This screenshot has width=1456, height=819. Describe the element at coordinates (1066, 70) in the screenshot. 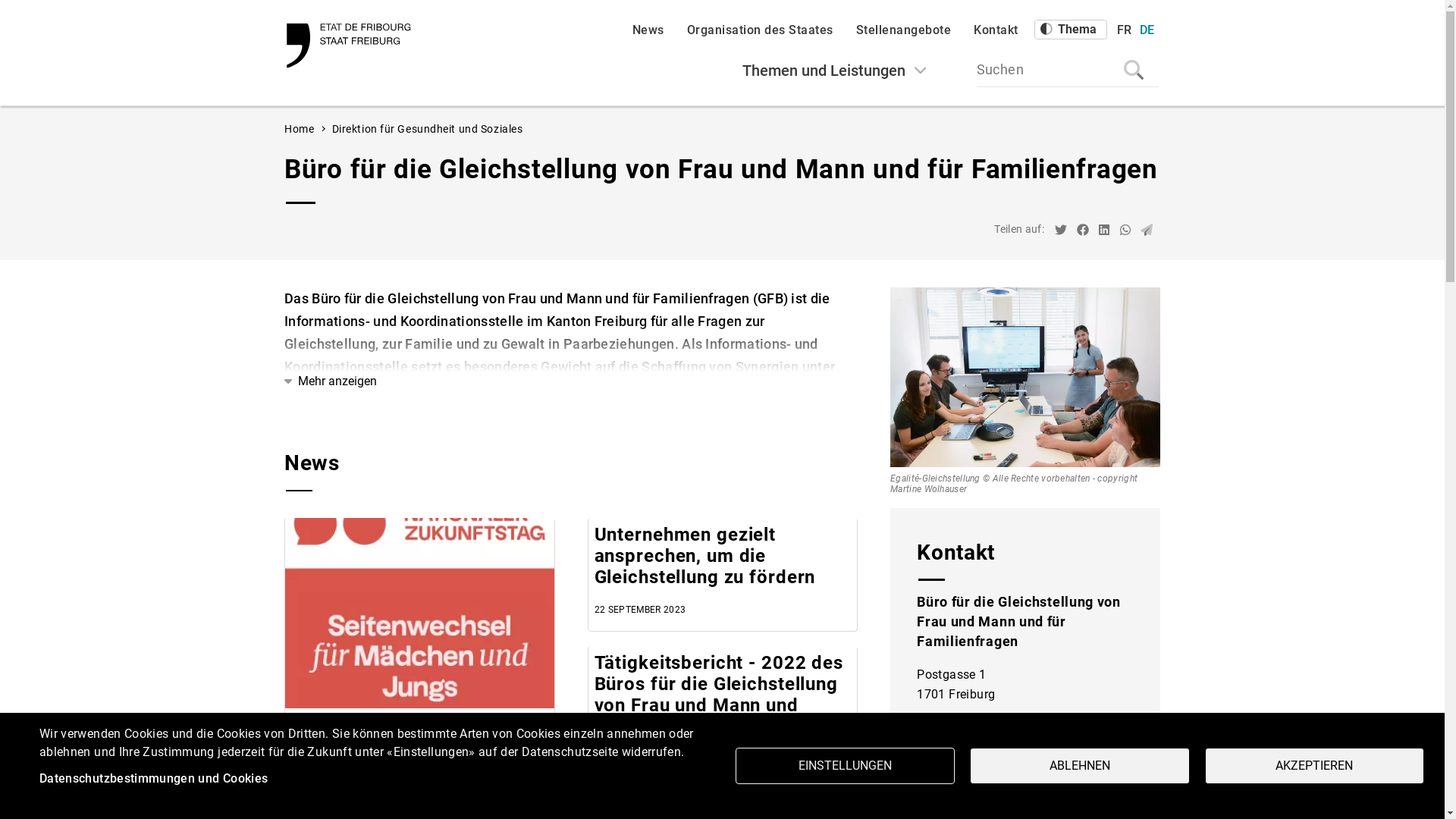

I see `'Suchen'` at that location.